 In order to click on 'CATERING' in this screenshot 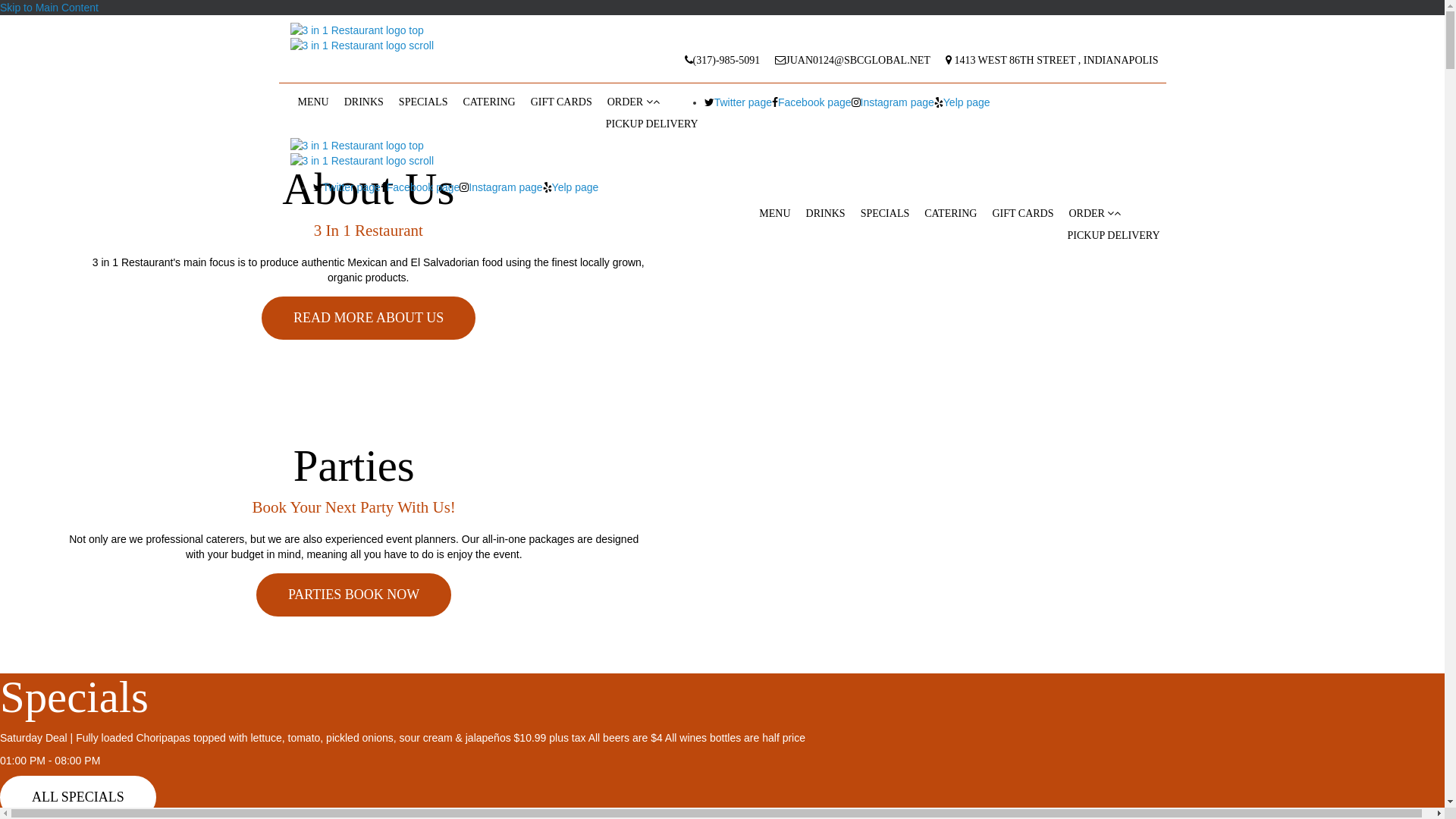, I will do `click(488, 102)`.